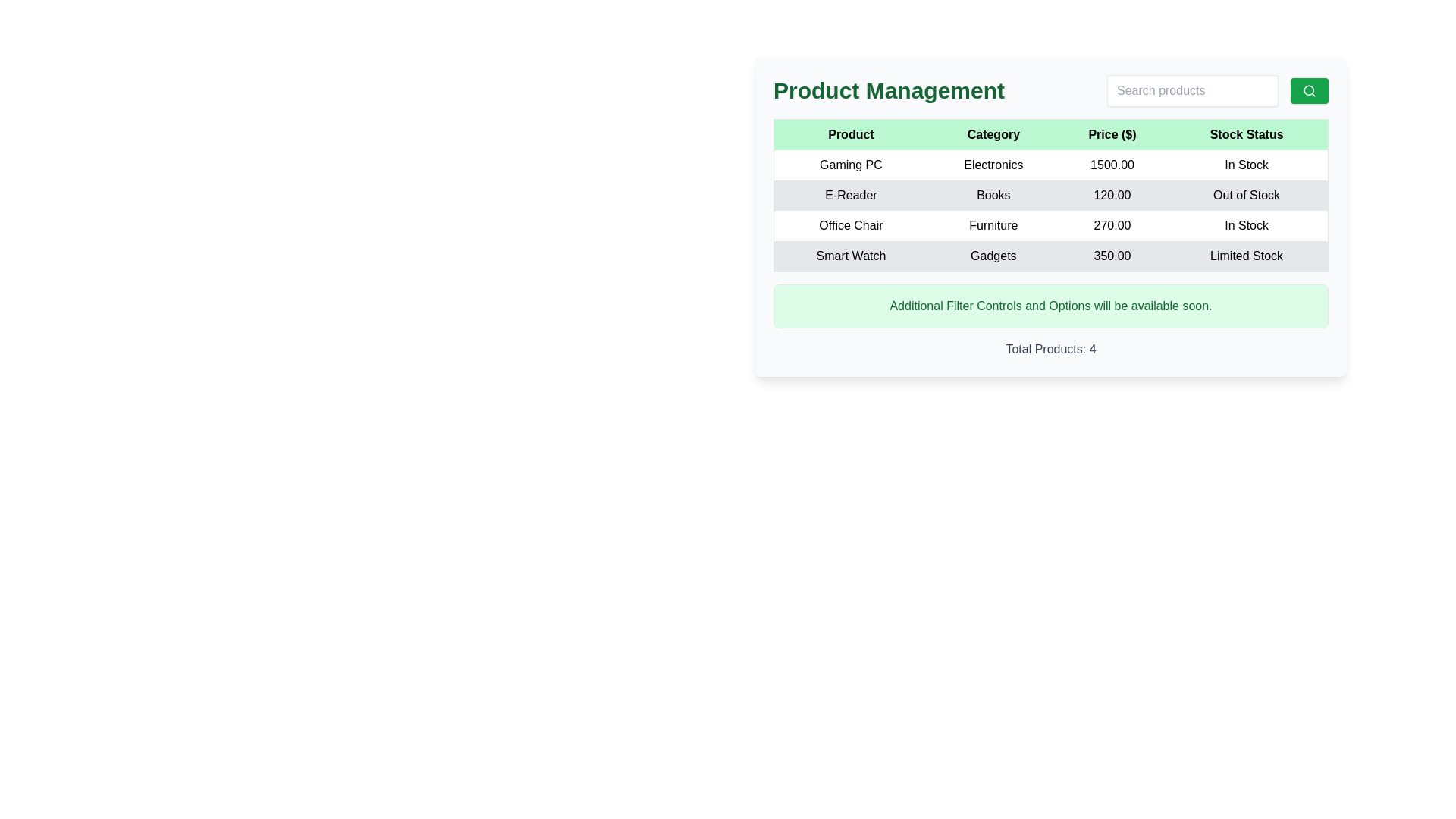  What do you see at coordinates (1050, 195) in the screenshot?
I see `the table row representing the product entry for 'E-Reader', which includes details such as its category 'Books', price '120.00', and availability 'Out of Stock'` at bounding box center [1050, 195].